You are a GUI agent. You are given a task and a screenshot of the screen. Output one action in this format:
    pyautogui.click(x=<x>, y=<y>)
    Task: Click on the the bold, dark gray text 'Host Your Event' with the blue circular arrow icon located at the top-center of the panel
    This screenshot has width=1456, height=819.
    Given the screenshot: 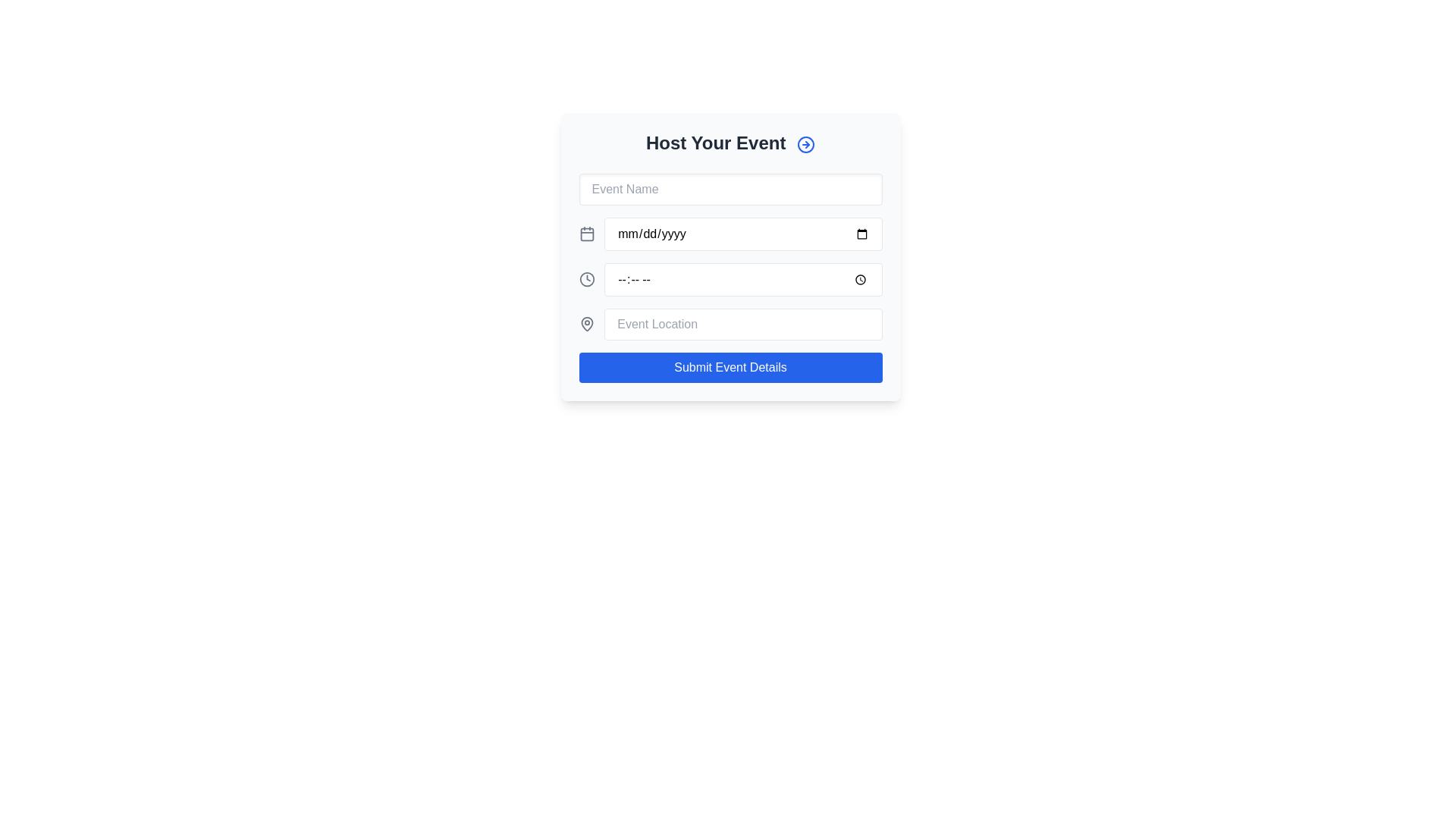 What is the action you would take?
    pyautogui.click(x=730, y=143)
    